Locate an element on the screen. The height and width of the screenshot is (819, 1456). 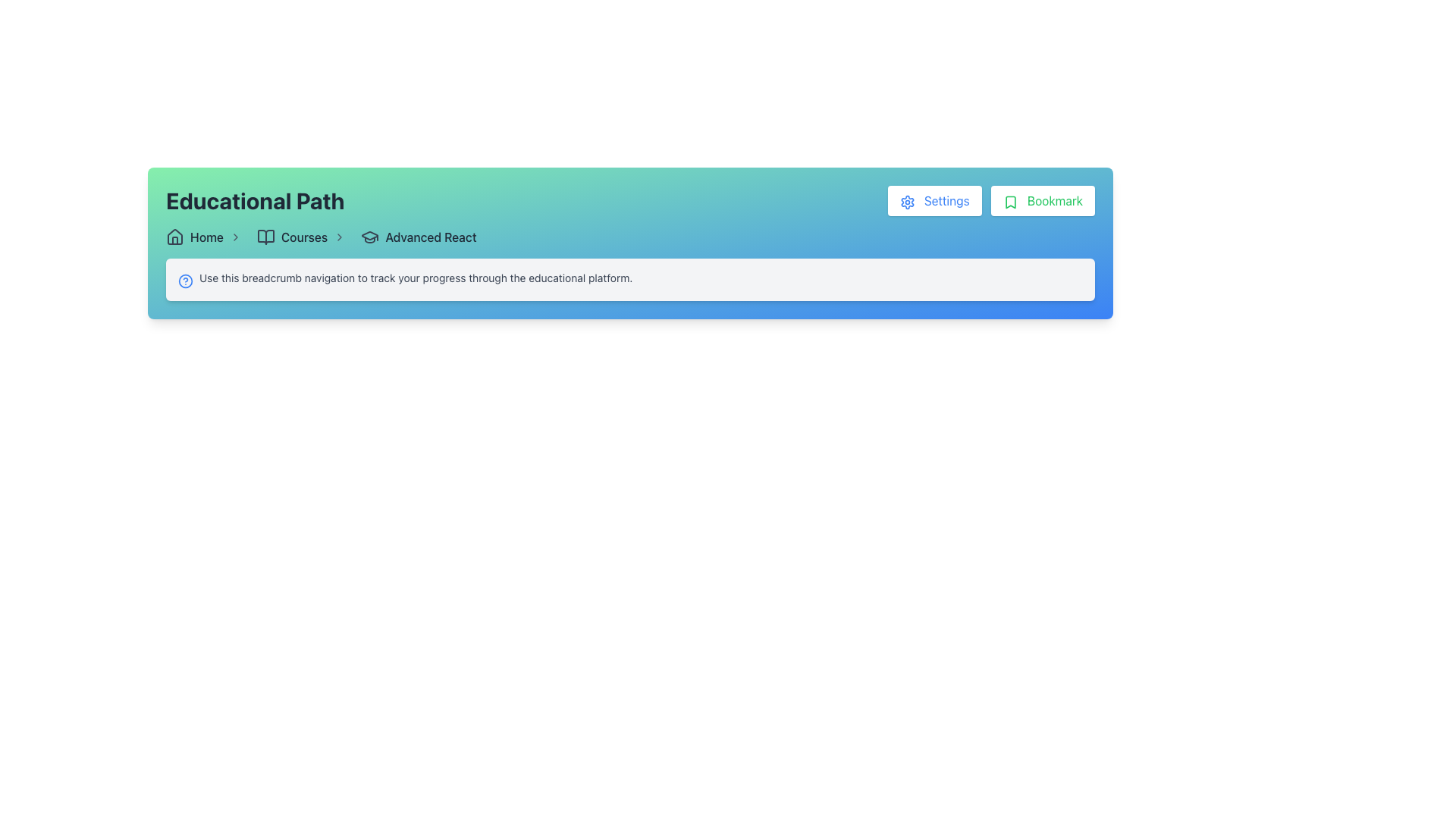
the green 'Bookmark' button located in the top-right section of the interface is located at coordinates (1042, 200).